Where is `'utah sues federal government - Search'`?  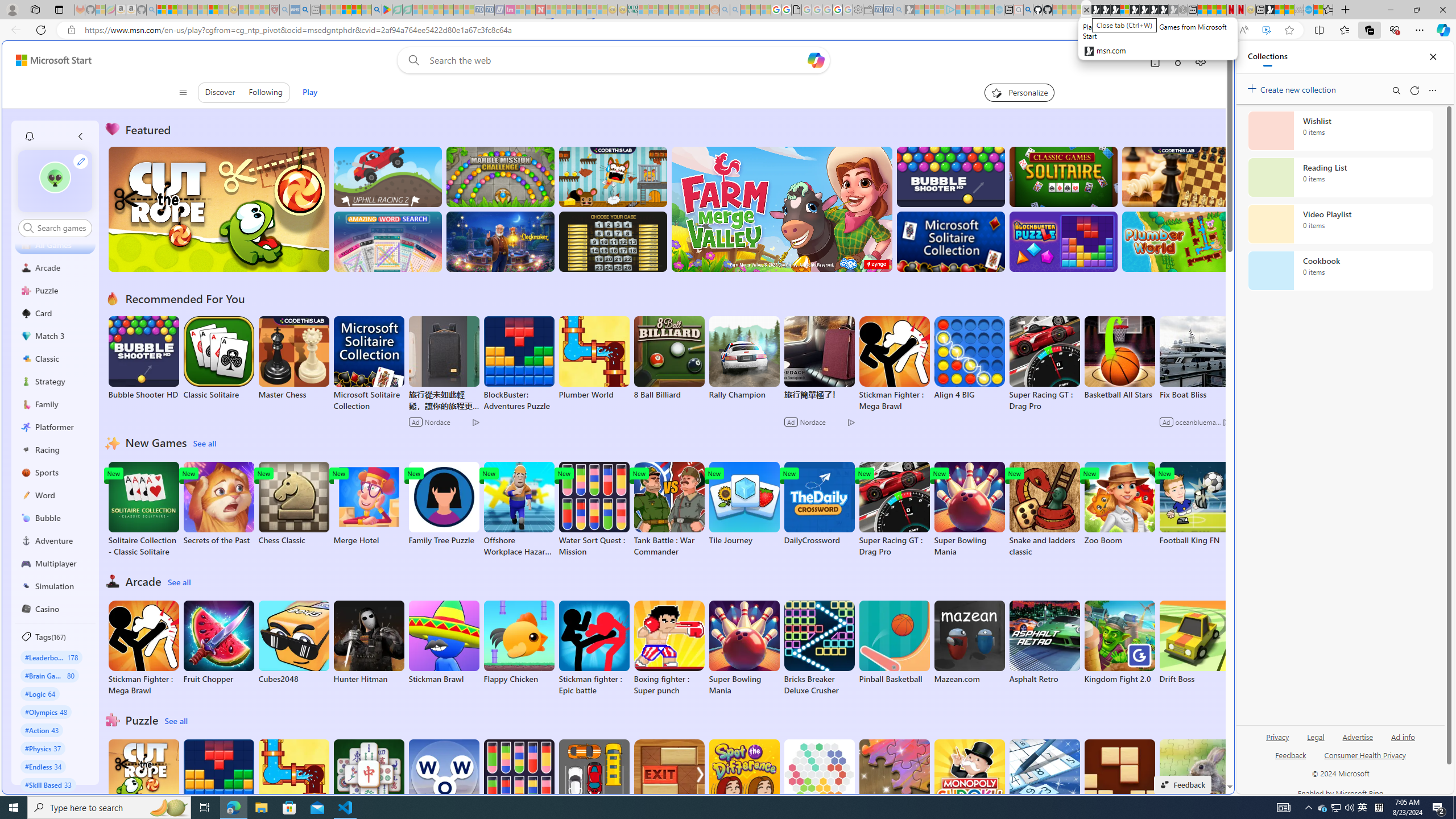
'utah sues federal government - Search' is located at coordinates (923, 388).